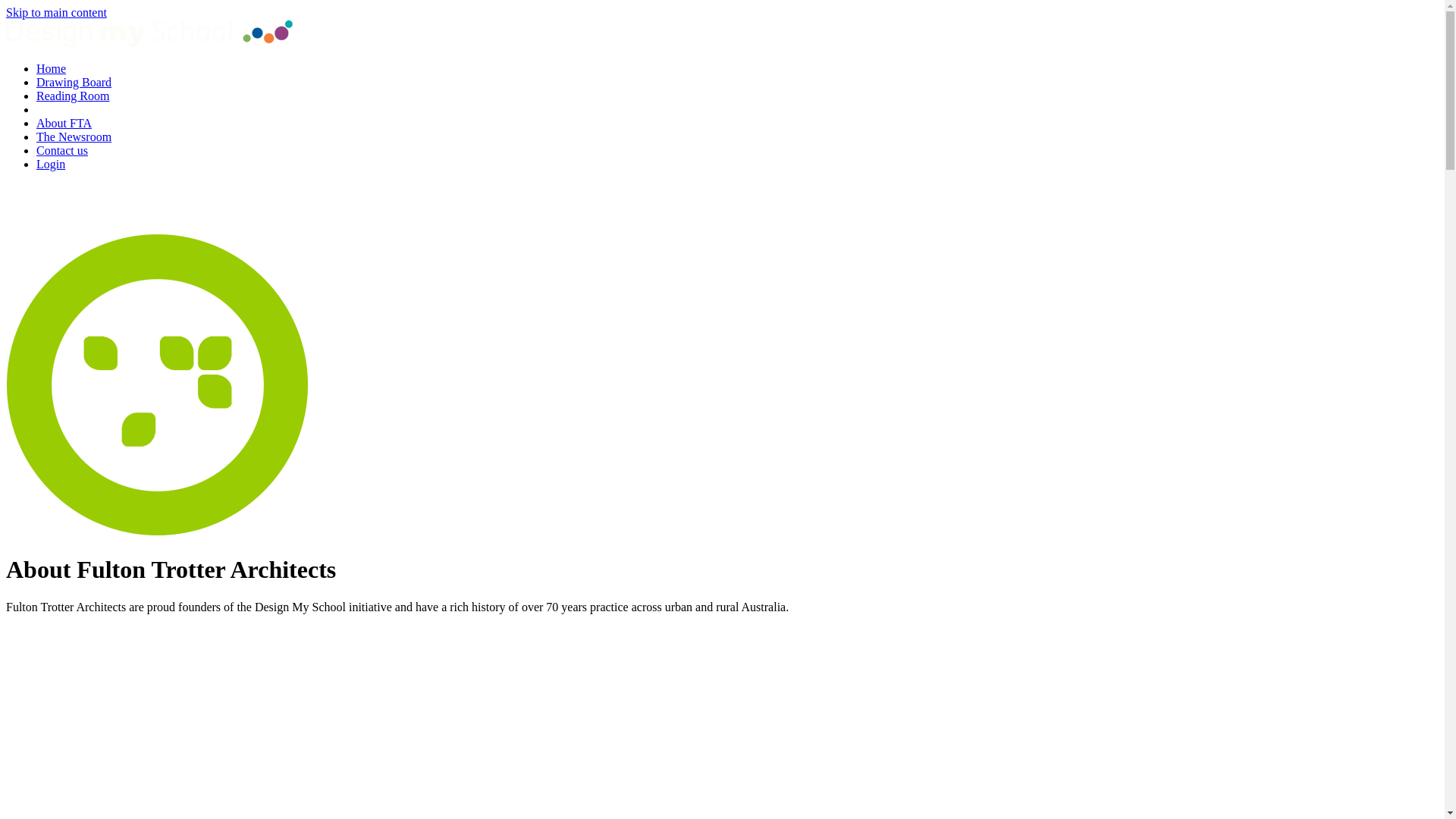 The image size is (1456, 819). Describe the element at coordinates (51, 164) in the screenshot. I see `'Login'` at that location.